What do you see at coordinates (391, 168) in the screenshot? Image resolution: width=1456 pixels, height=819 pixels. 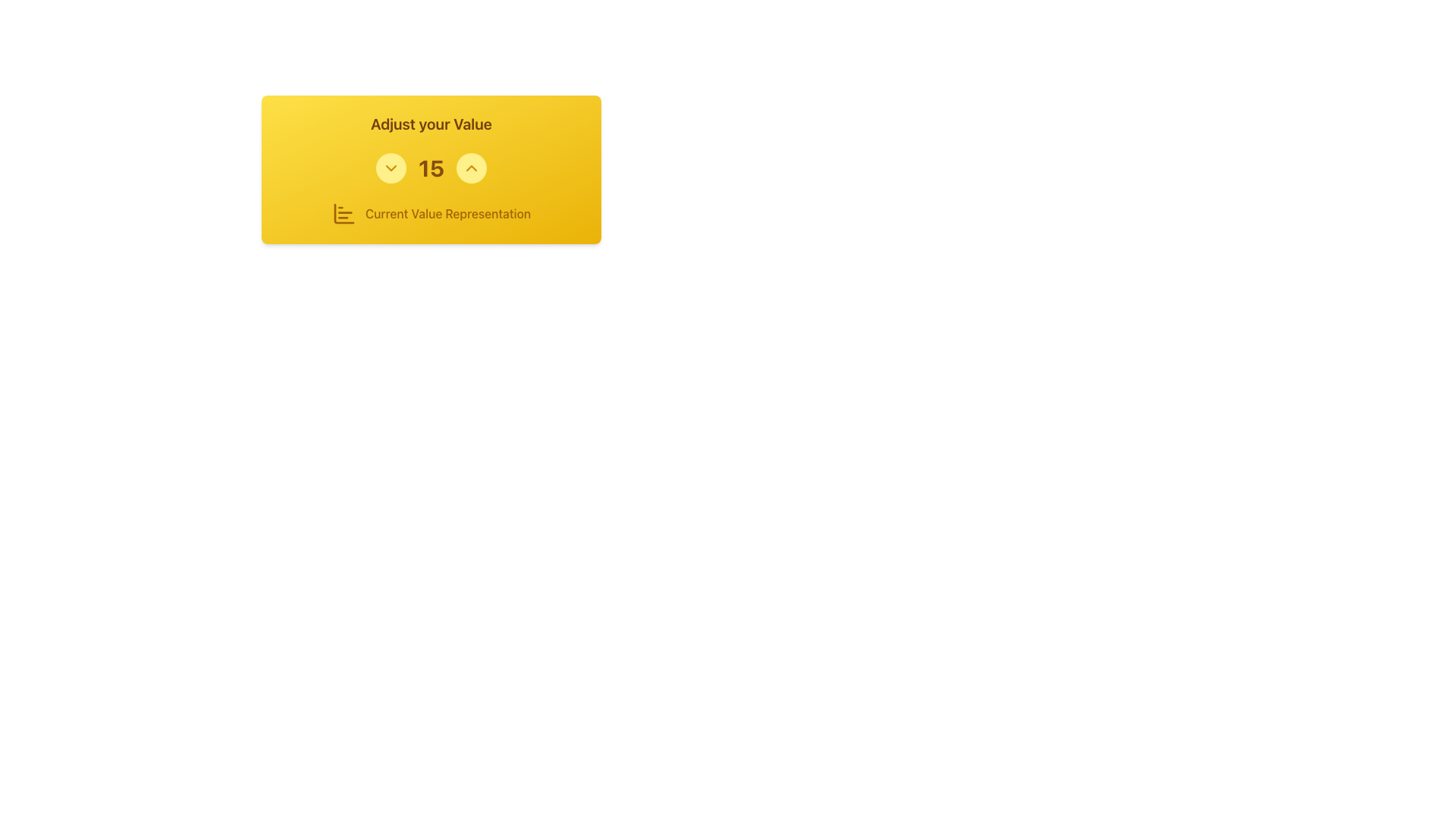 I see `the icon within the circular button located to the left of the numeric value display` at bounding box center [391, 168].